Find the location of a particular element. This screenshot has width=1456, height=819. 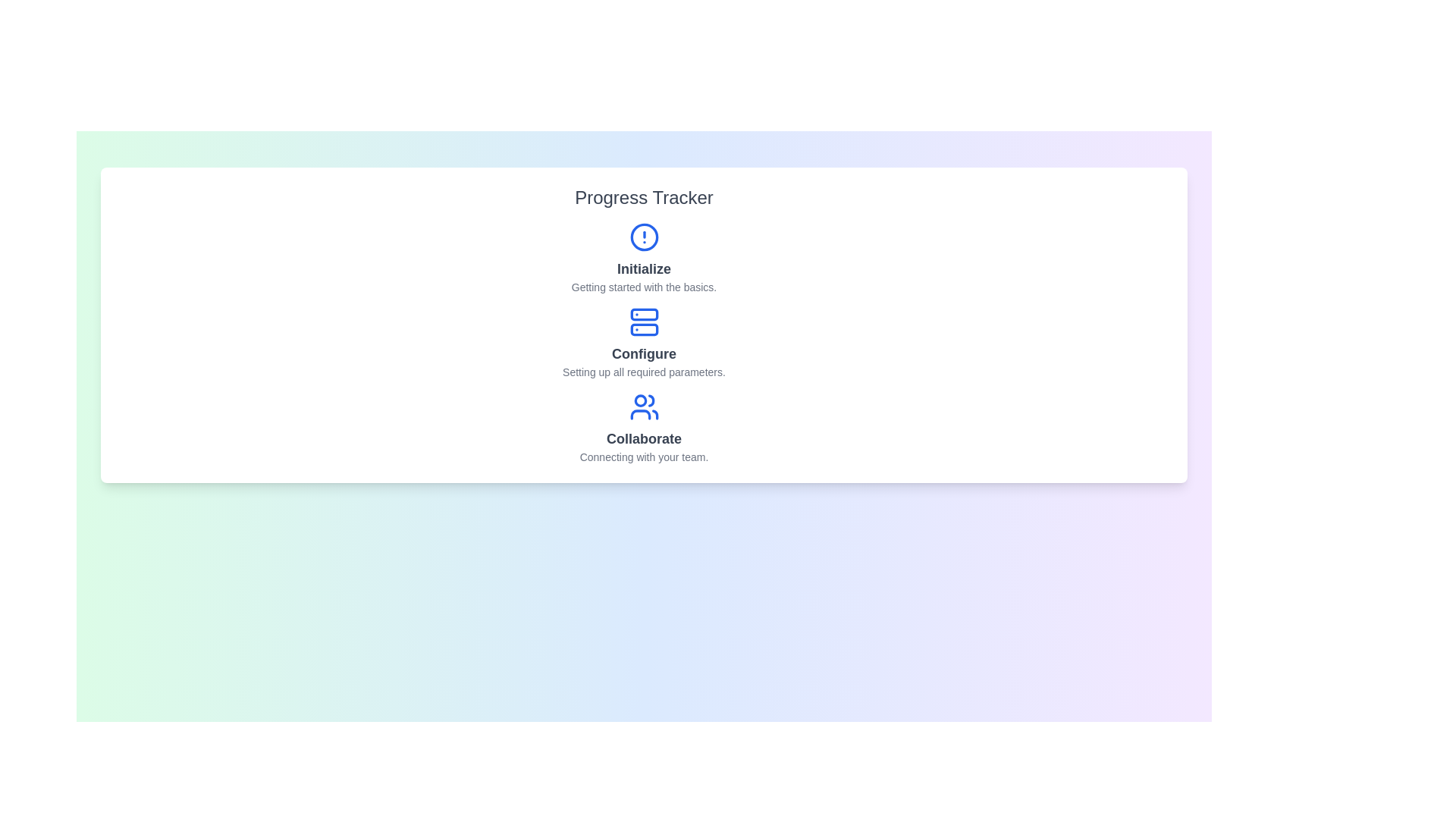

the step labeled Configure is located at coordinates (644, 343).